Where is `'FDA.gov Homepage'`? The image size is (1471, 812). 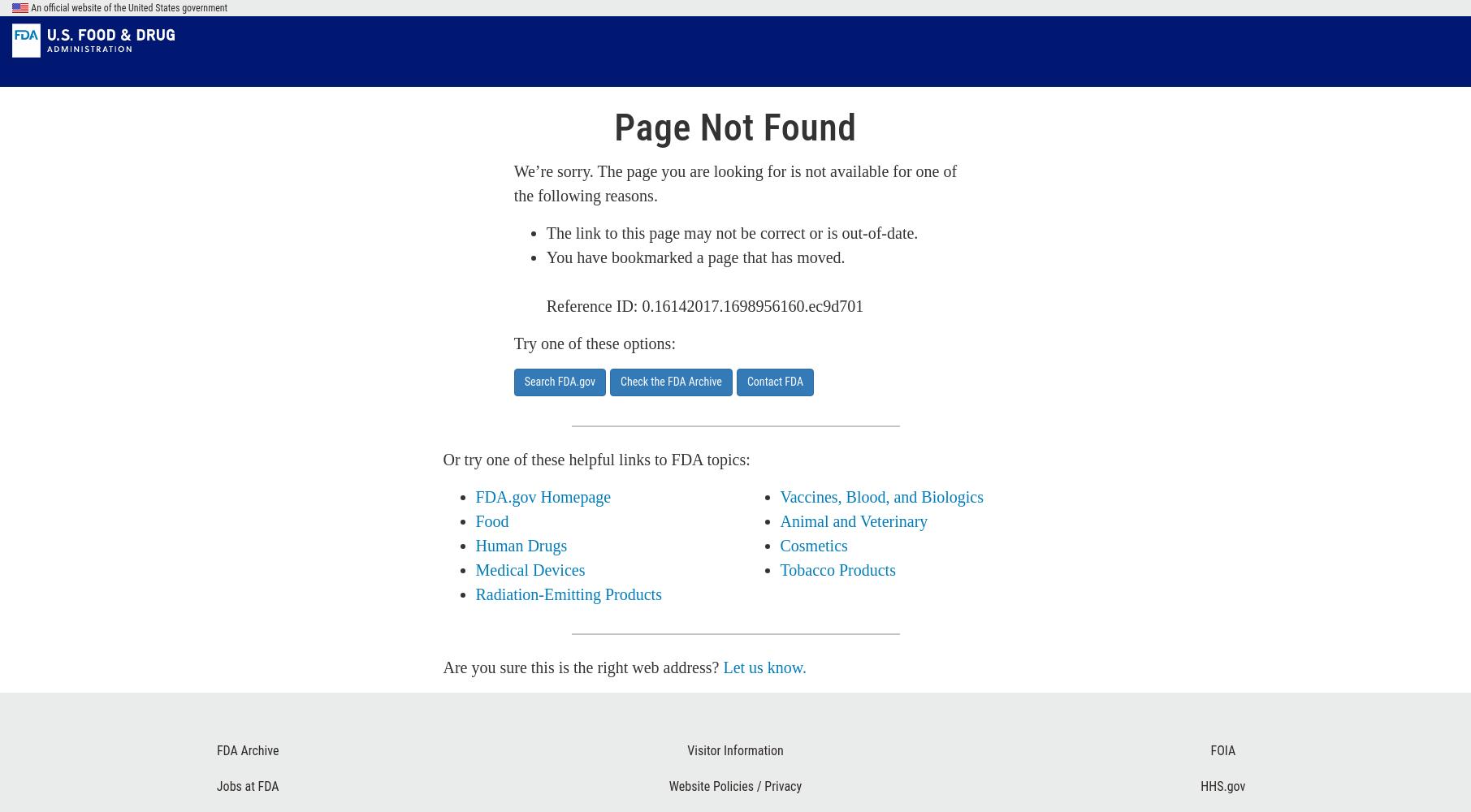 'FDA.gov Homepage' is located at coordinates (543, 496).